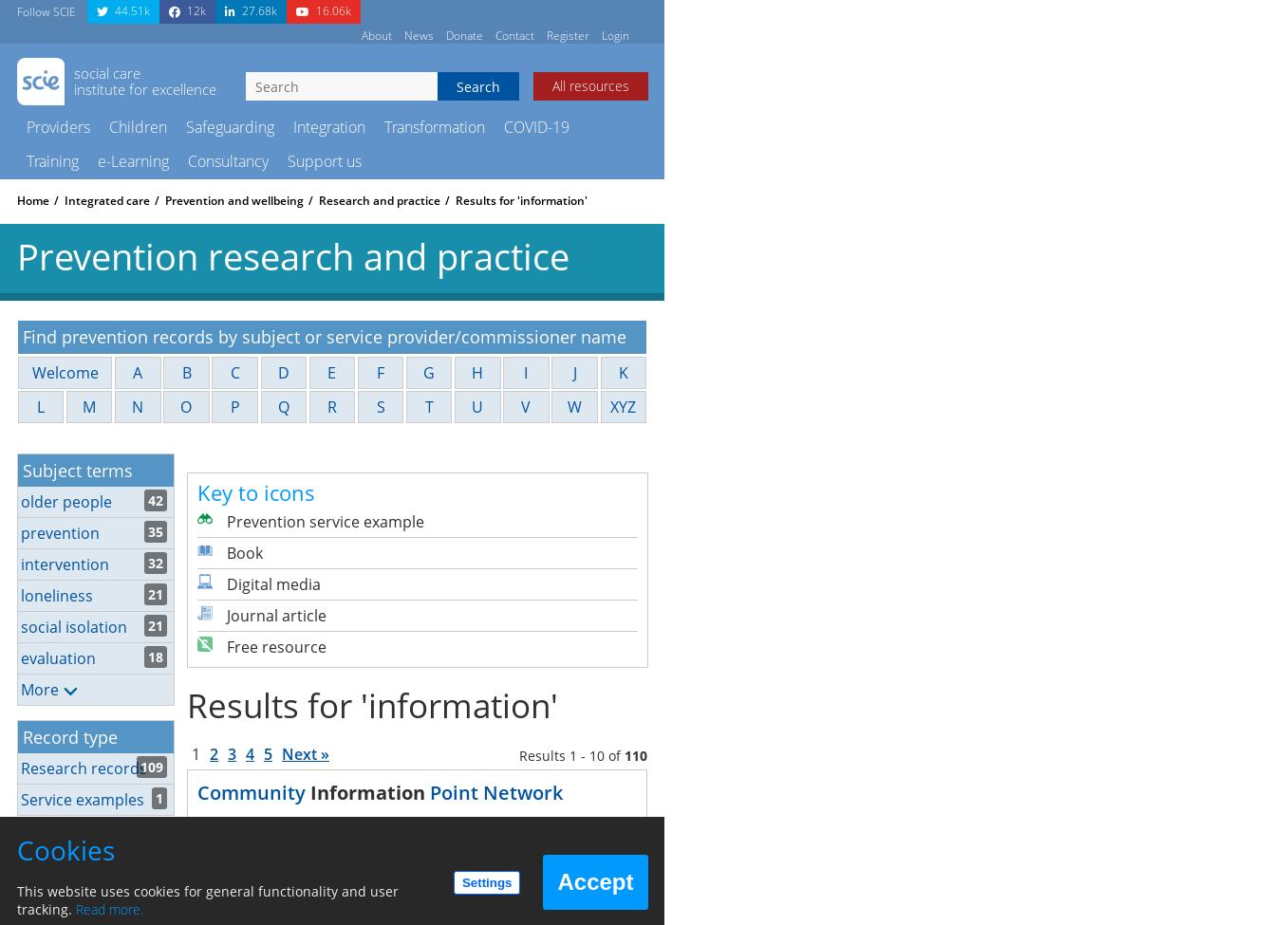 The width and height of the screenshot is (1288, 925). Describe the element at coordinates (185, 407) in the screenshot. I see `'O'` at that location.